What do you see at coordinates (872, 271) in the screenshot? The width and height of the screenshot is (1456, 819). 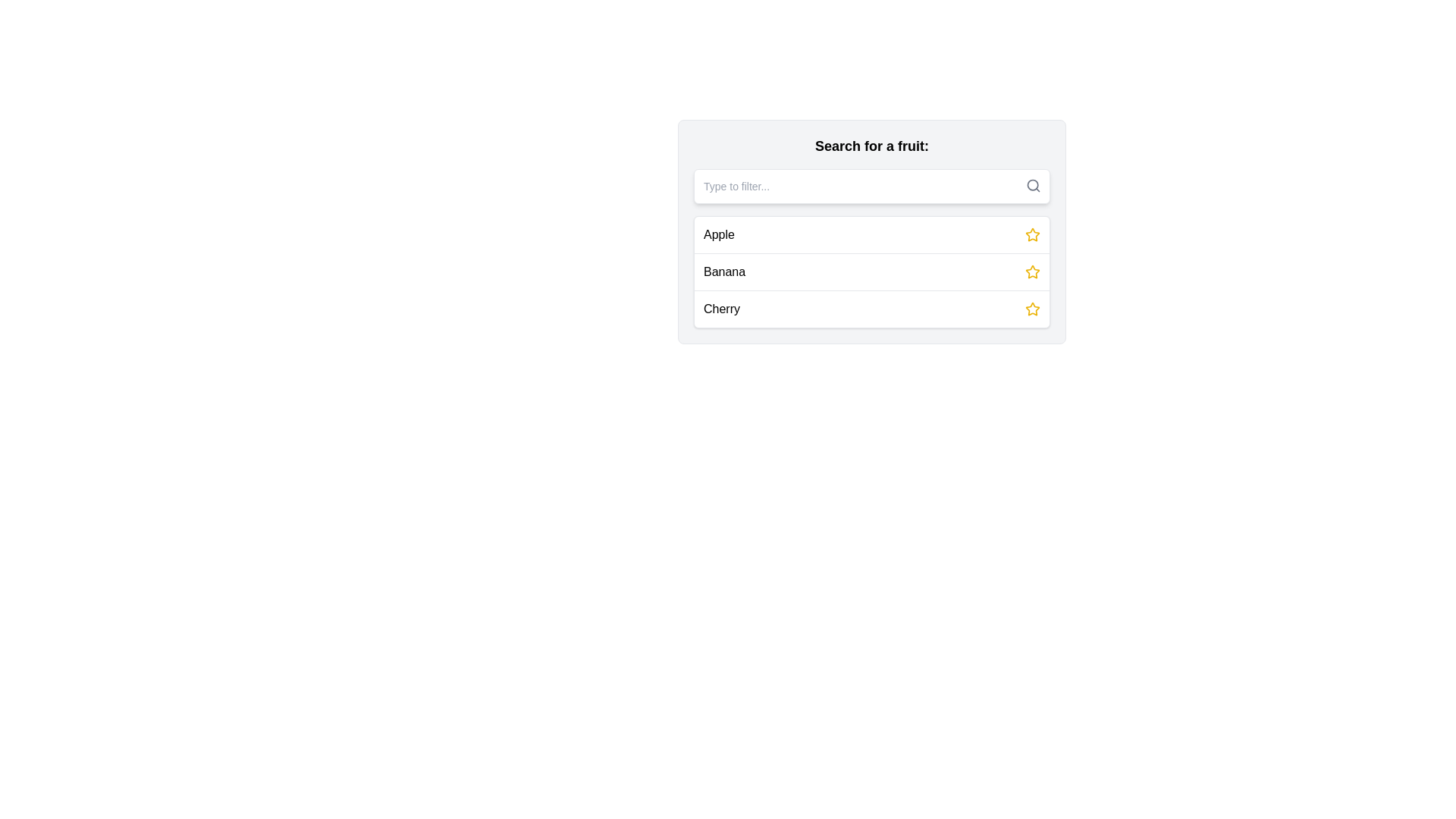 I see `the selectable list item labeled 'Banana'` at bounding box center [872, 271].